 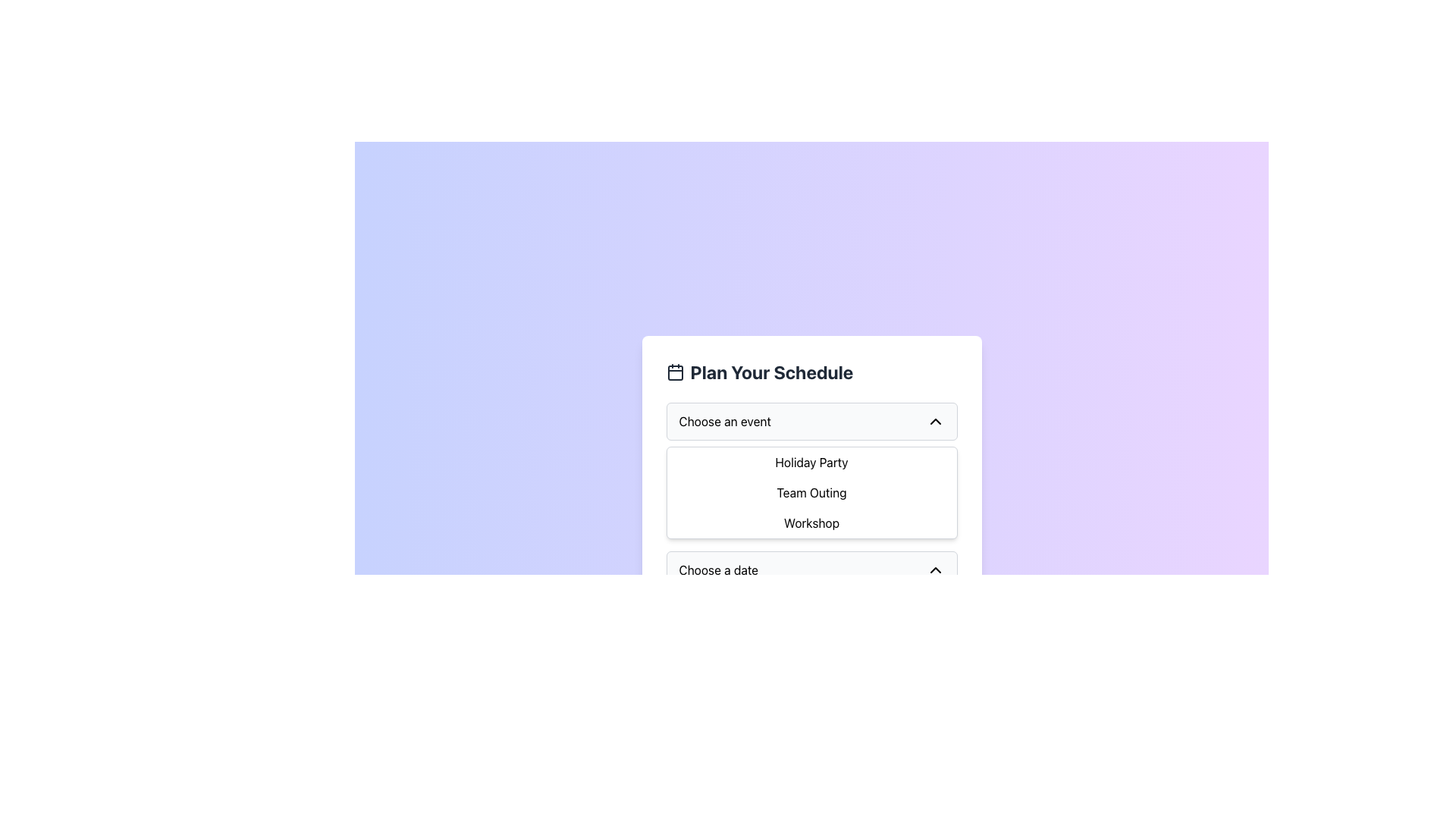 I want to click on the 'Workshop' dropdown menu item, which is the last item in the dropdown list below 'Holiday Party' and 'Team Outing', to trigger any hover effects, so click(x=811, y=522).